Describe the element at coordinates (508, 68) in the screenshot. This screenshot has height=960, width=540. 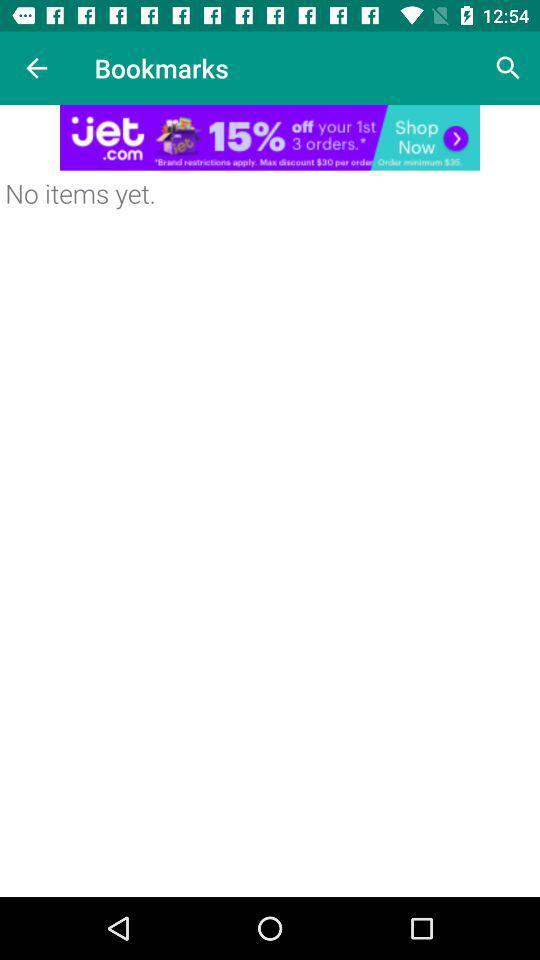
I see `search` at that location.